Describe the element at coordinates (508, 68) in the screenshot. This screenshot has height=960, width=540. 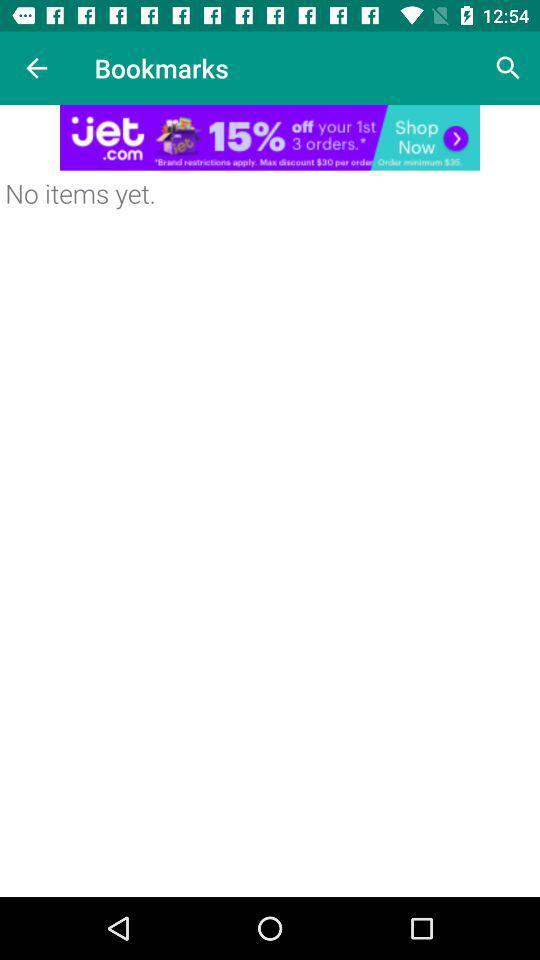
I see `search` at that location.